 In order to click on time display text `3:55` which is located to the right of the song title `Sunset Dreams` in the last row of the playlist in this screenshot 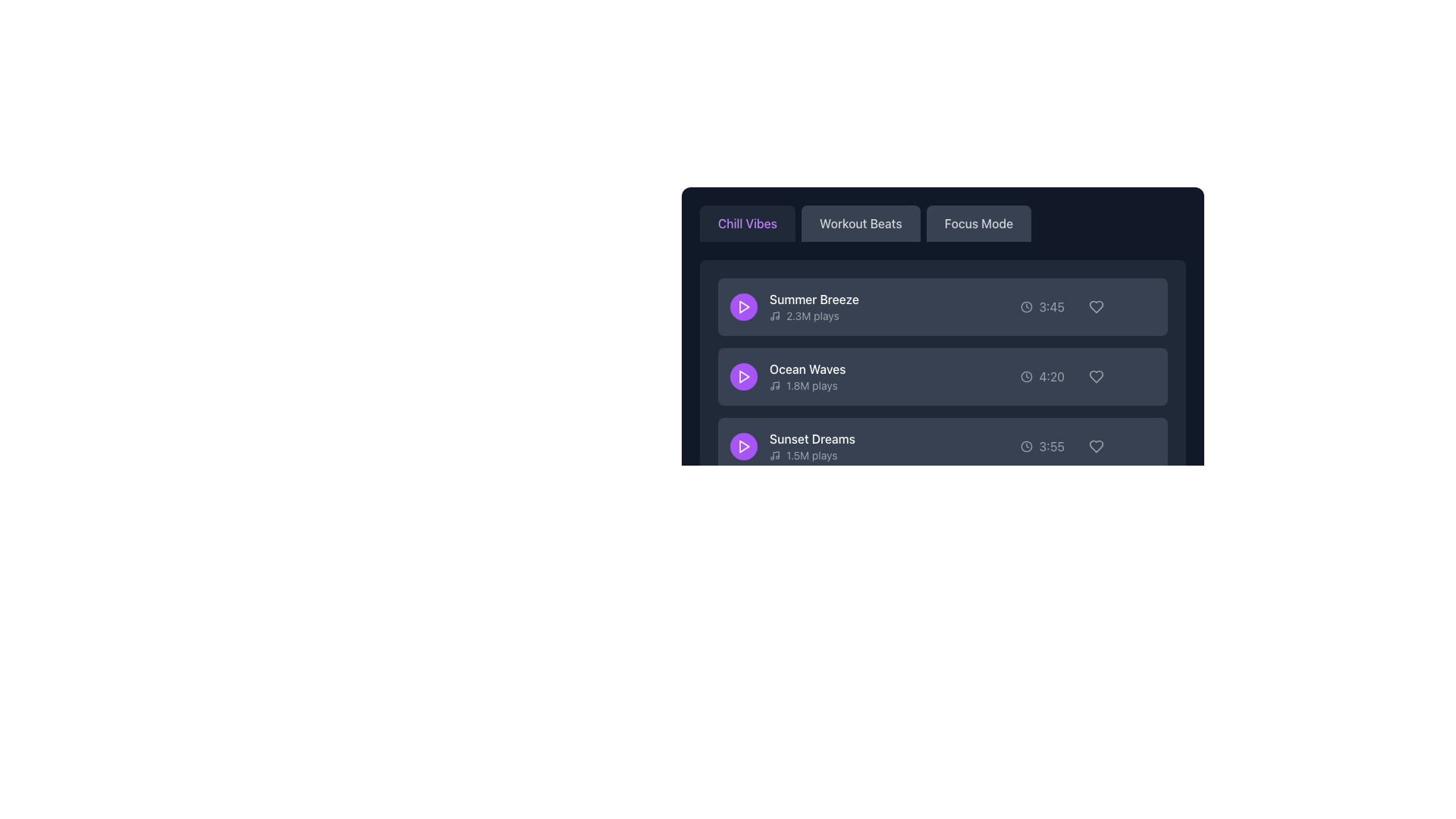, I will do `click(1051, 446)`.